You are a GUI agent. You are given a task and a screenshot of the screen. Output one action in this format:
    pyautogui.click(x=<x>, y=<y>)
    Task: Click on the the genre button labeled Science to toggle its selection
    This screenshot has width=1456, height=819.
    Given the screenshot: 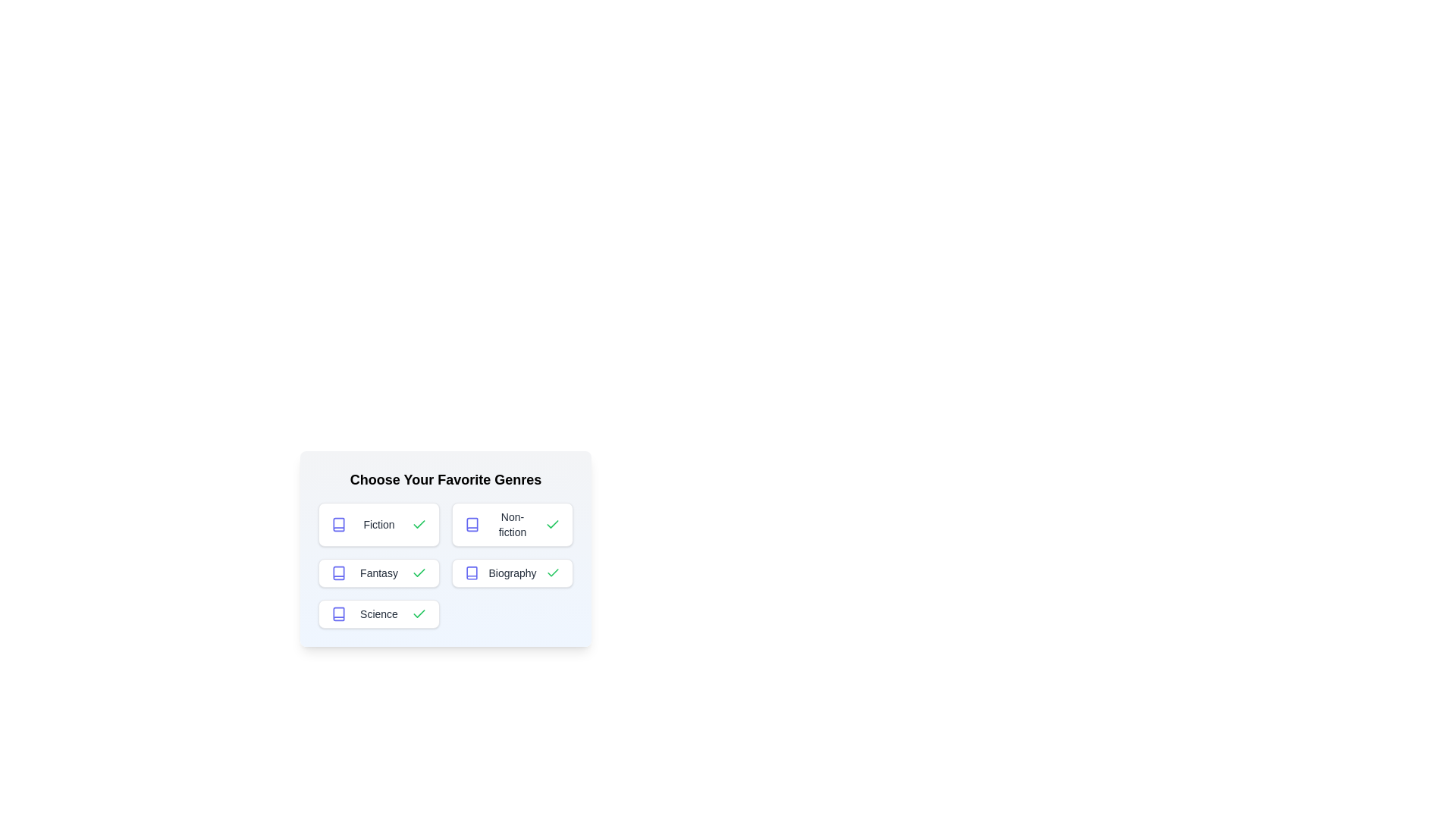 What is the action you would take?
    pyautogui.click(x=378, y=614)
    